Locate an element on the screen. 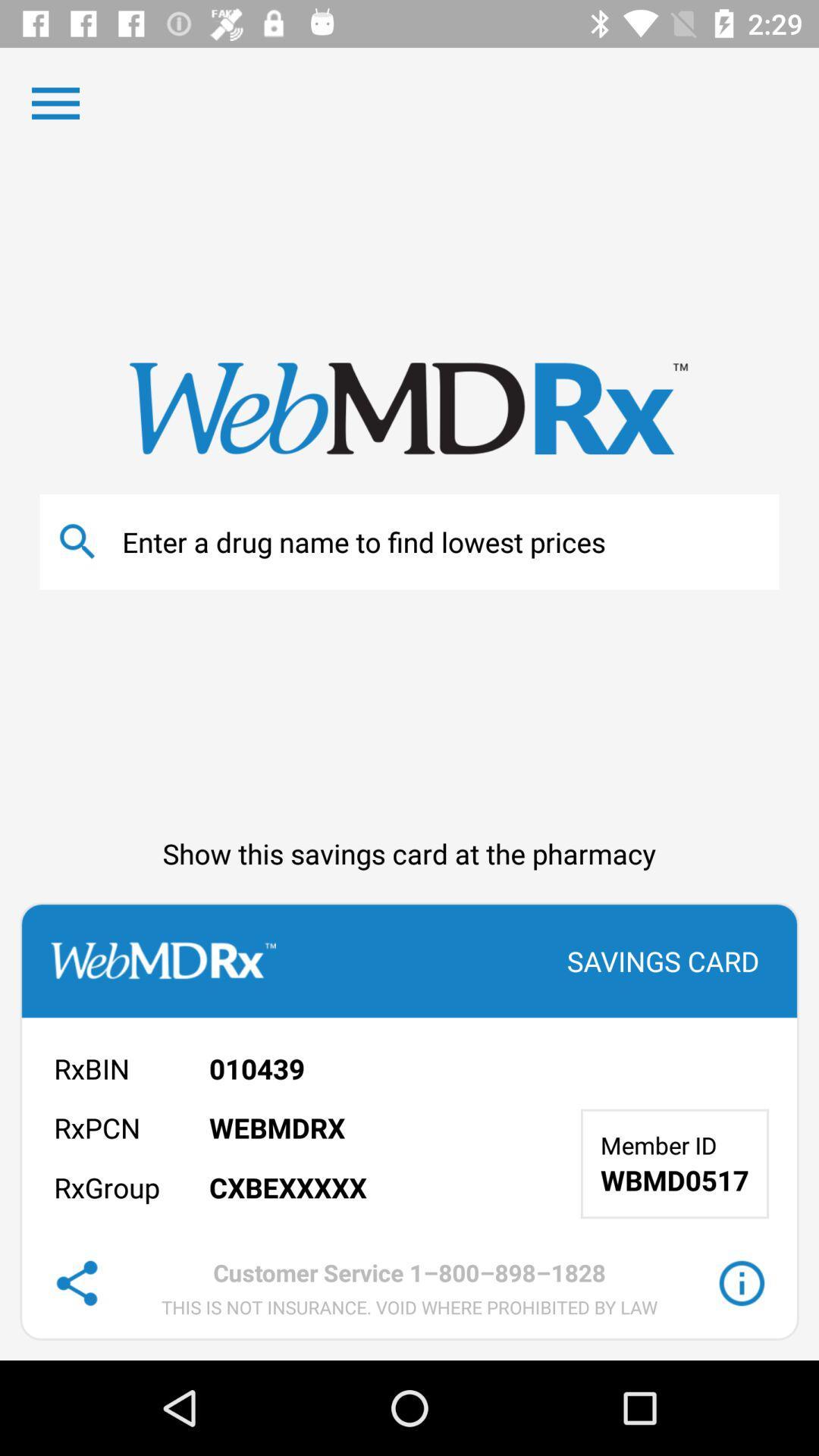 The image size is (819, 1456). the info icon is located at coordinates (741, 1282).